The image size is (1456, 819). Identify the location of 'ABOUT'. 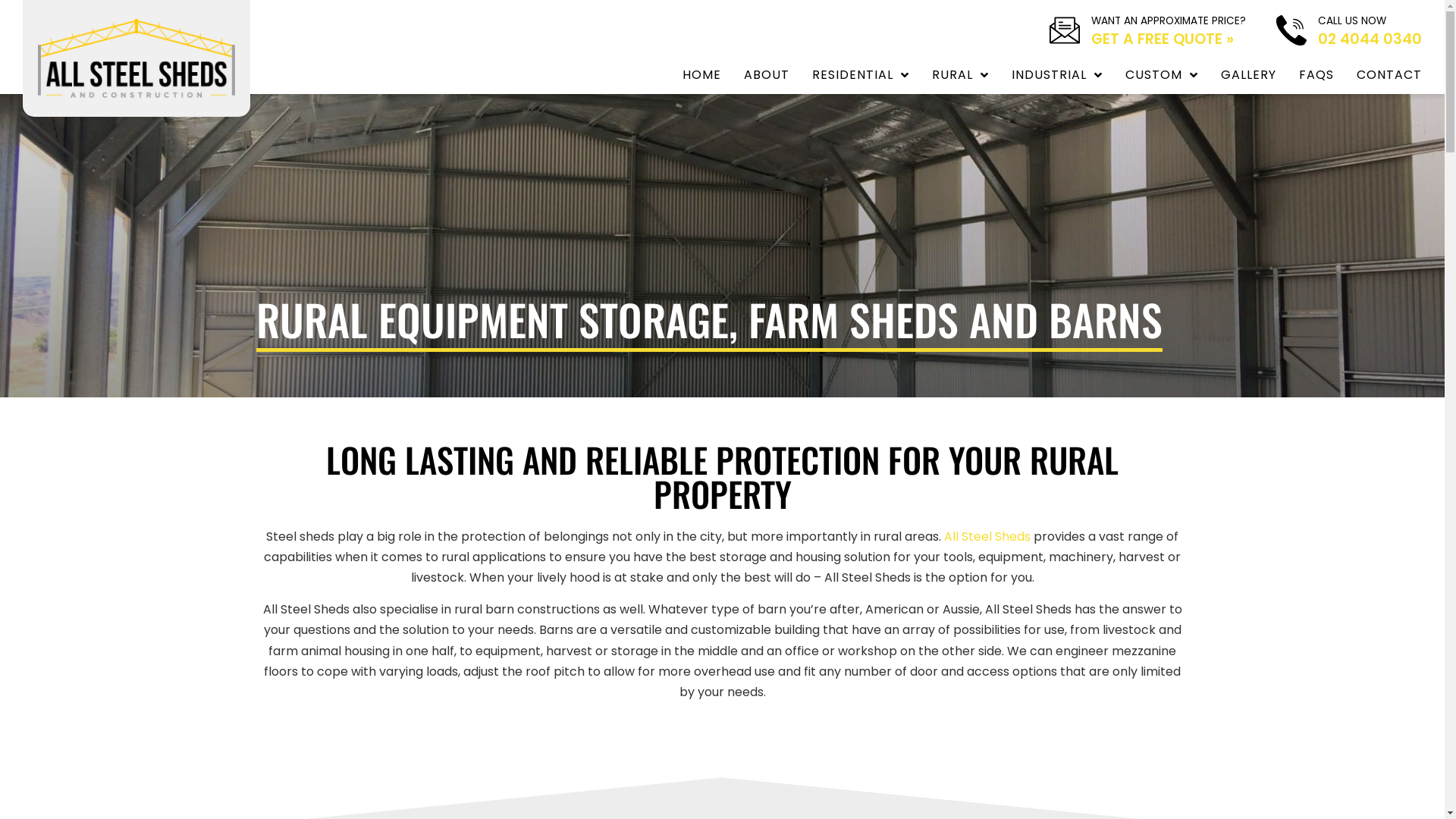
(767, 75).